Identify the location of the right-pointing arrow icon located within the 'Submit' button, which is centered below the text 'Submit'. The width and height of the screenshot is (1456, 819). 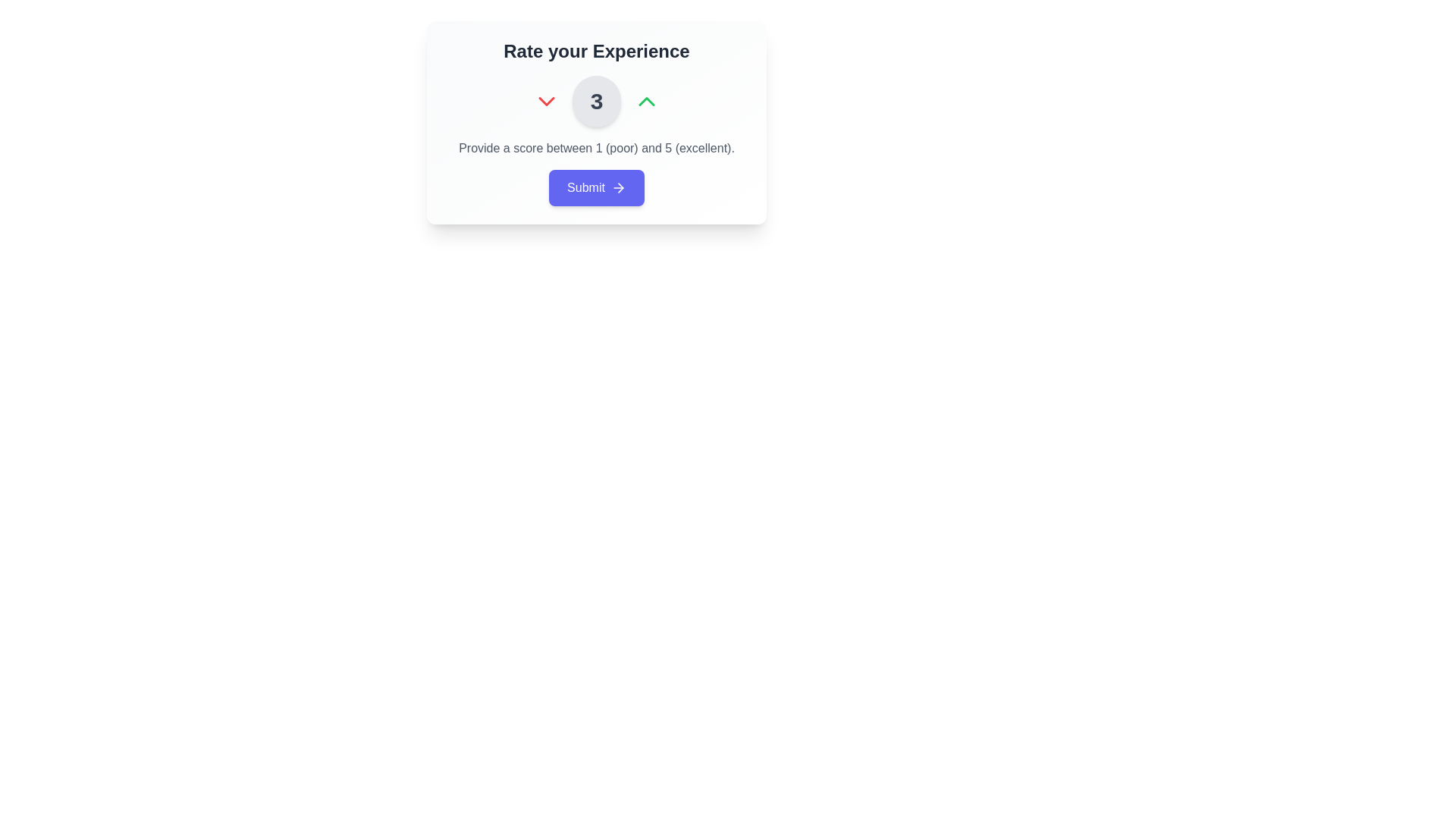
(618, 187).